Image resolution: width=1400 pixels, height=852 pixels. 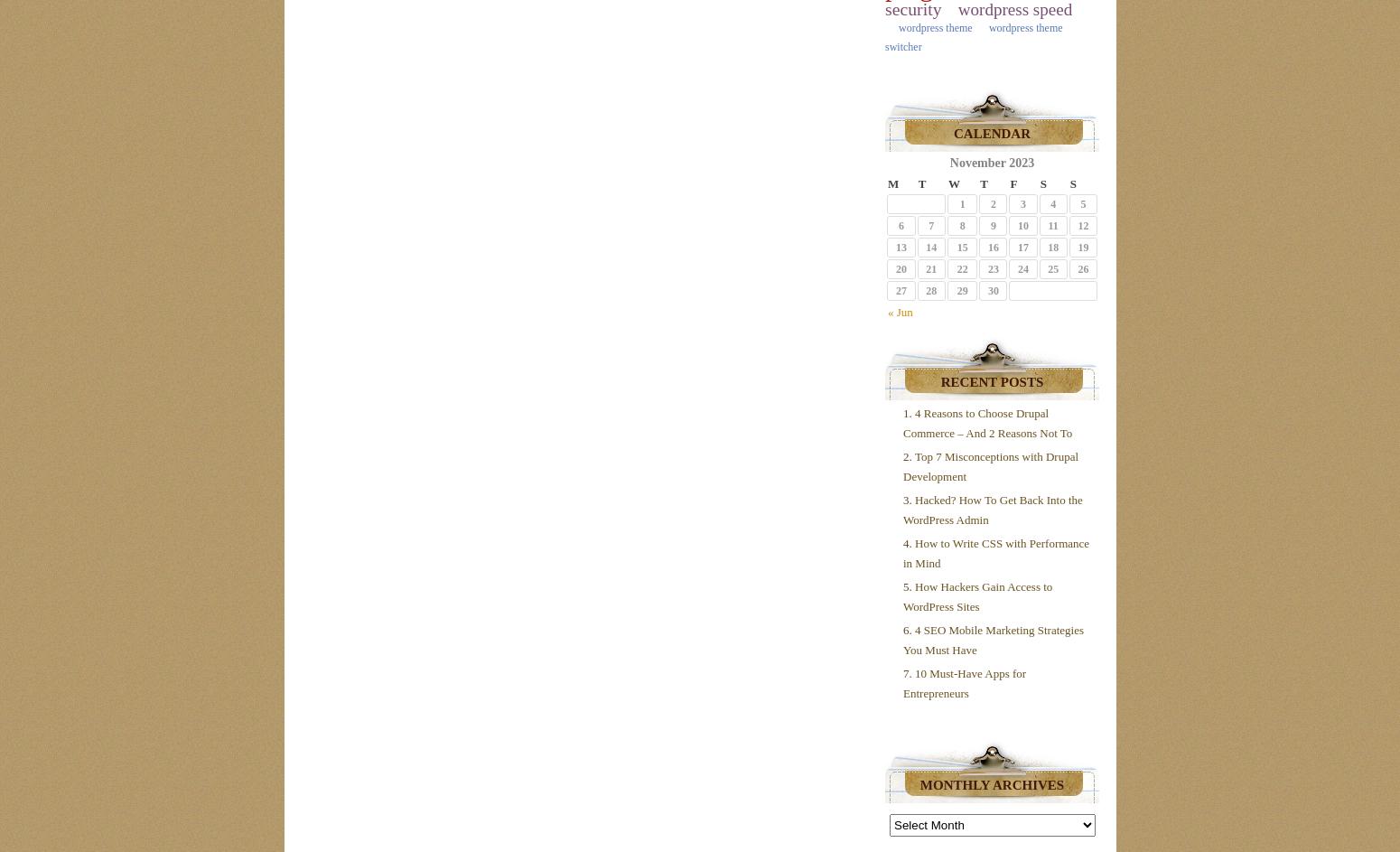 I want to click on '9', so click(x=991, y=225).